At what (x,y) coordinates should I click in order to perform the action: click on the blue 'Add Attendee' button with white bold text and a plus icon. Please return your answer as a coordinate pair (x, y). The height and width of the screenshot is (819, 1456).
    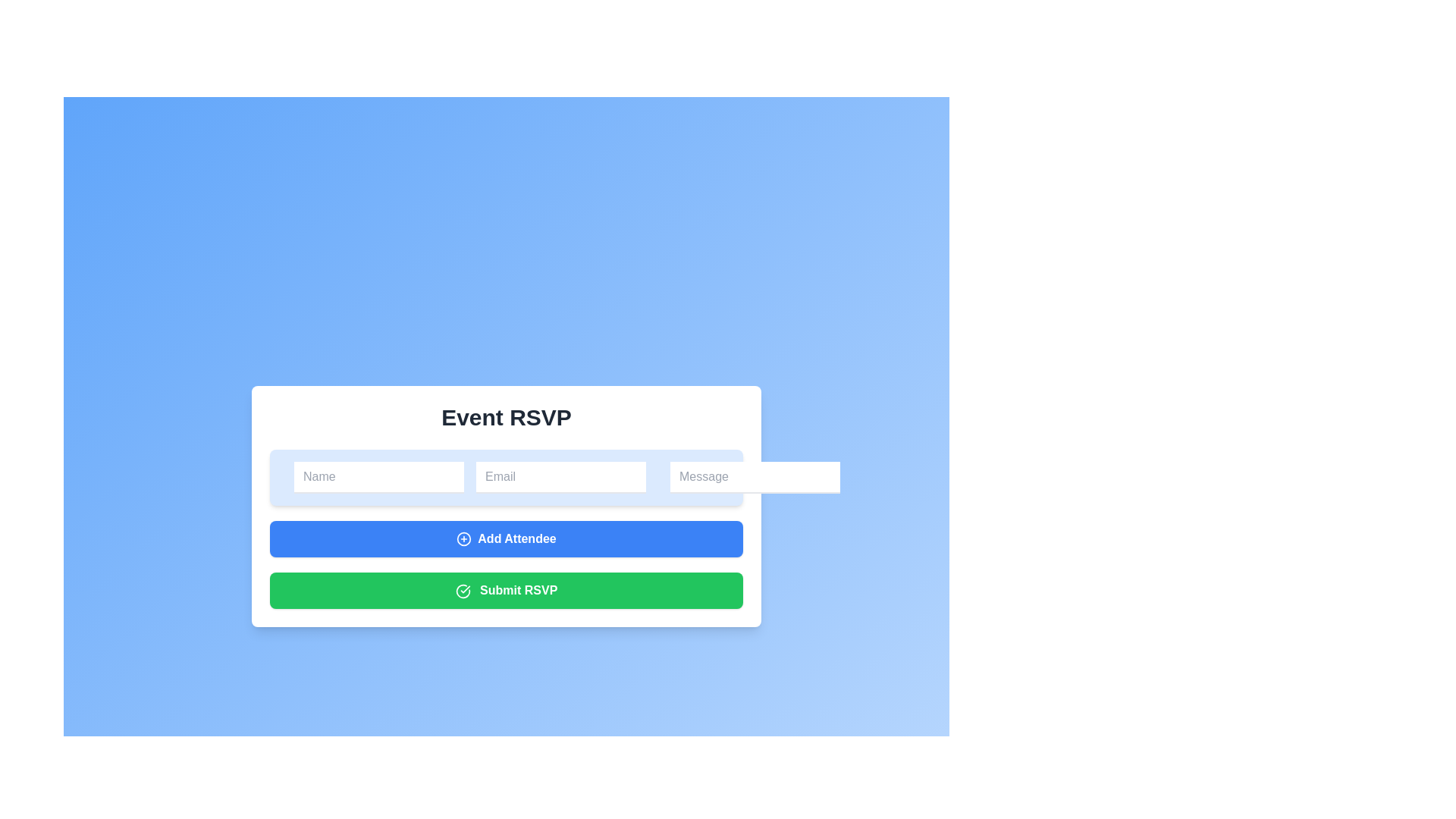
    Looking at the image, I should click on (506, 538).